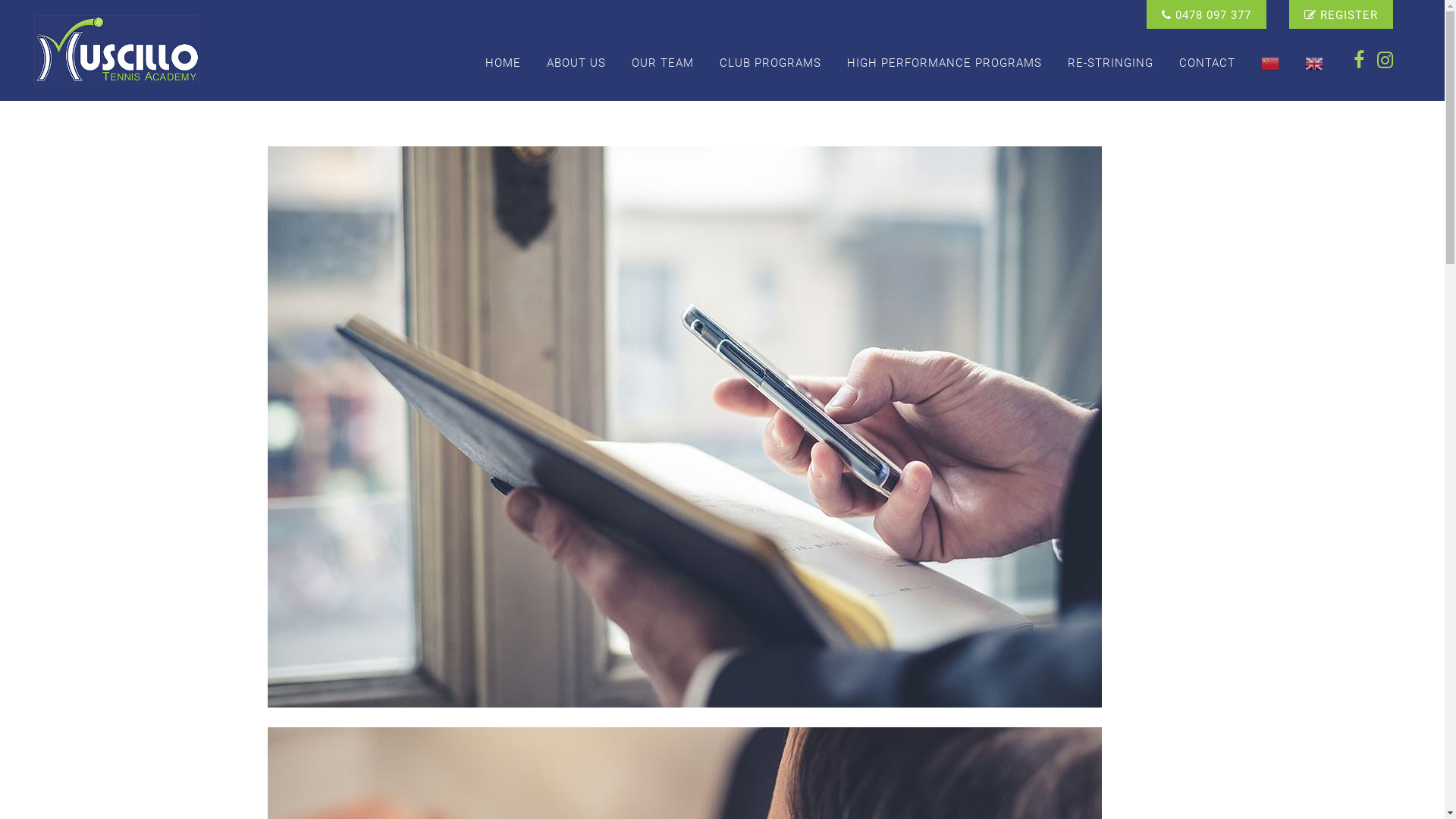  Describe the element at coordinates (662, 62) in the screenshot. I see `'OUR TEAM'` at that location.